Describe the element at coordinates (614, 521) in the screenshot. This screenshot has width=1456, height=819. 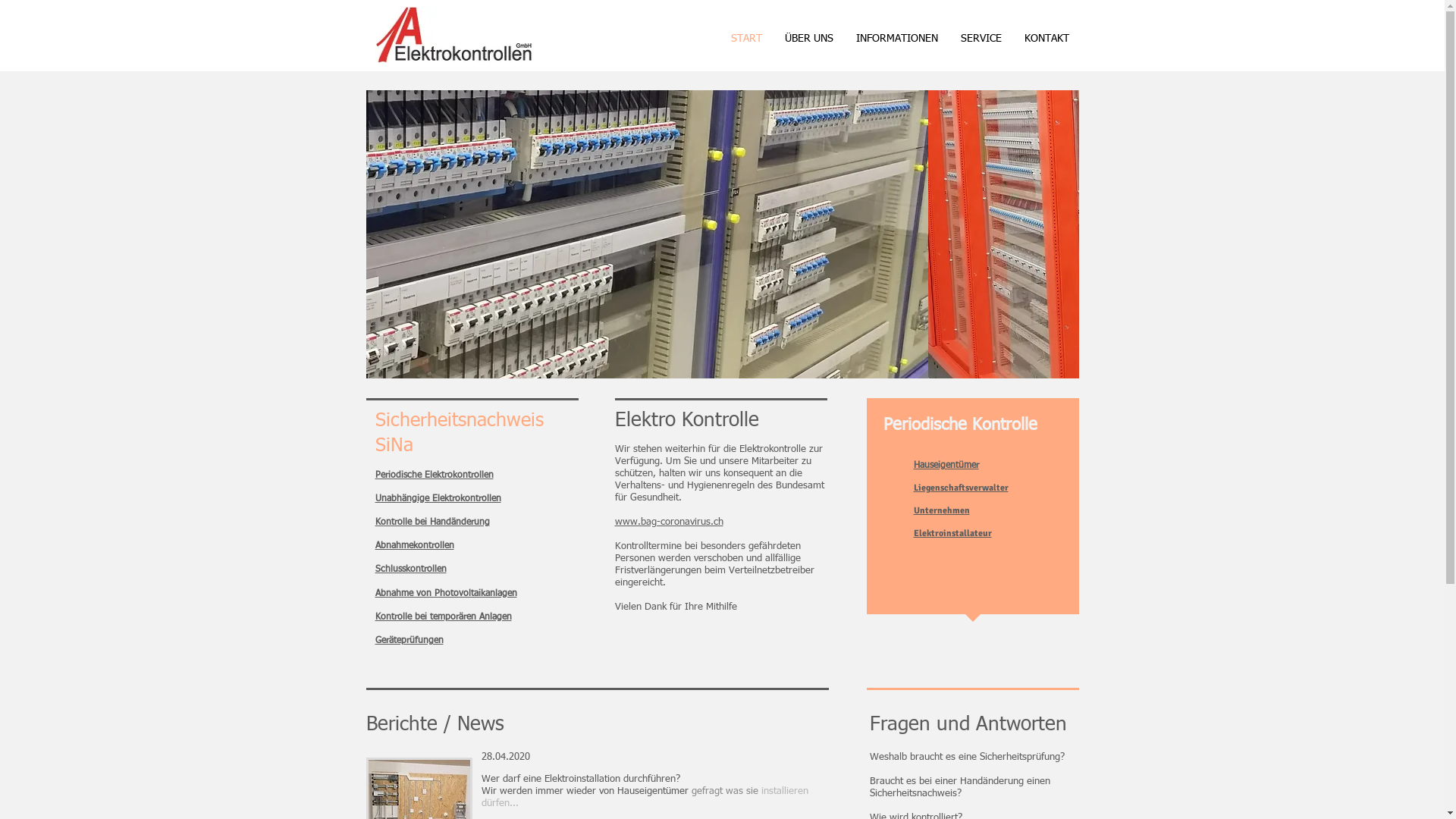
I see `'www.bag-coronavirus.ch'` at that location.